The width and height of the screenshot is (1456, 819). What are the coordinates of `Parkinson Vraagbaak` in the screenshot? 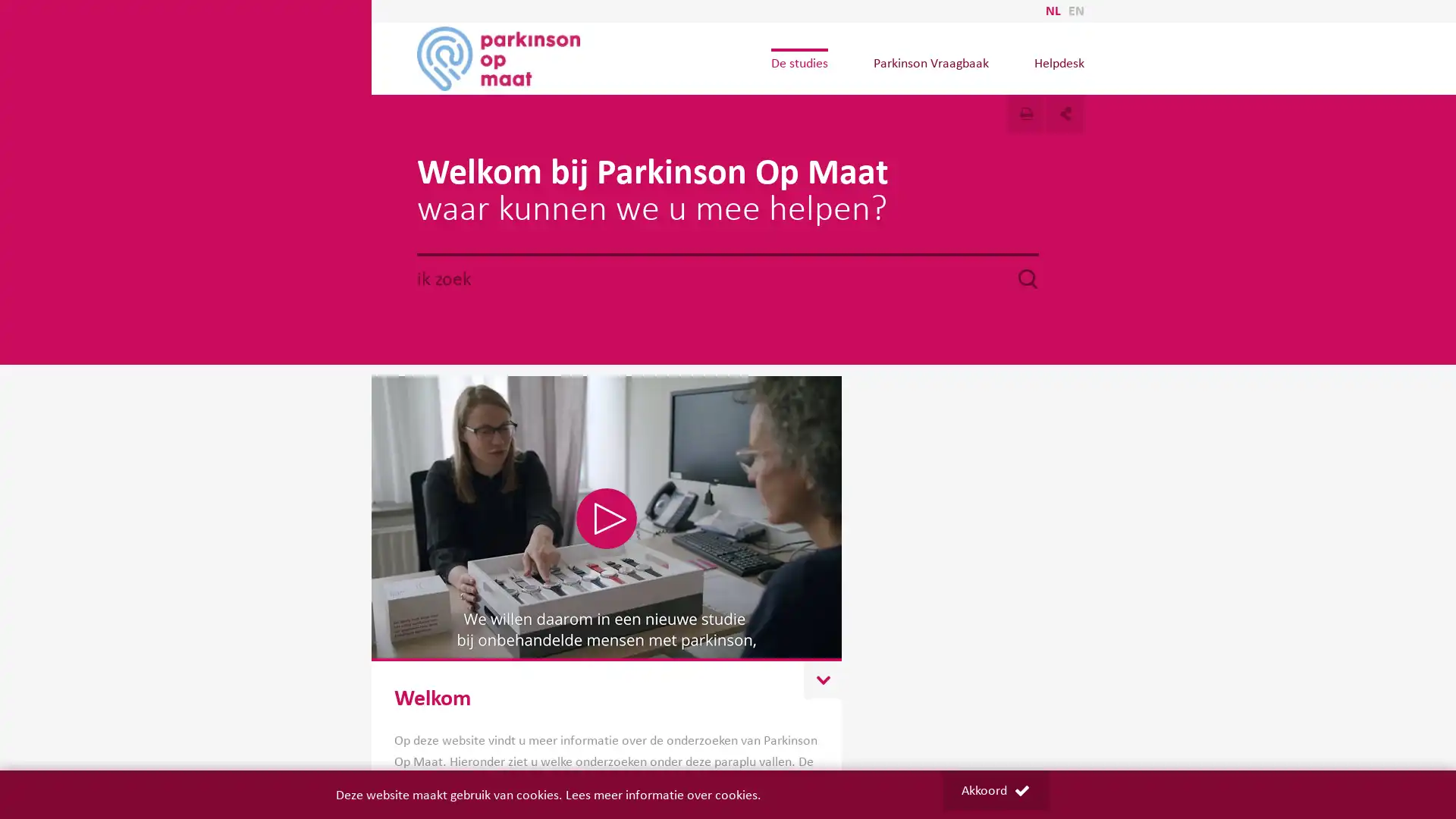 It's located at (930, 62).